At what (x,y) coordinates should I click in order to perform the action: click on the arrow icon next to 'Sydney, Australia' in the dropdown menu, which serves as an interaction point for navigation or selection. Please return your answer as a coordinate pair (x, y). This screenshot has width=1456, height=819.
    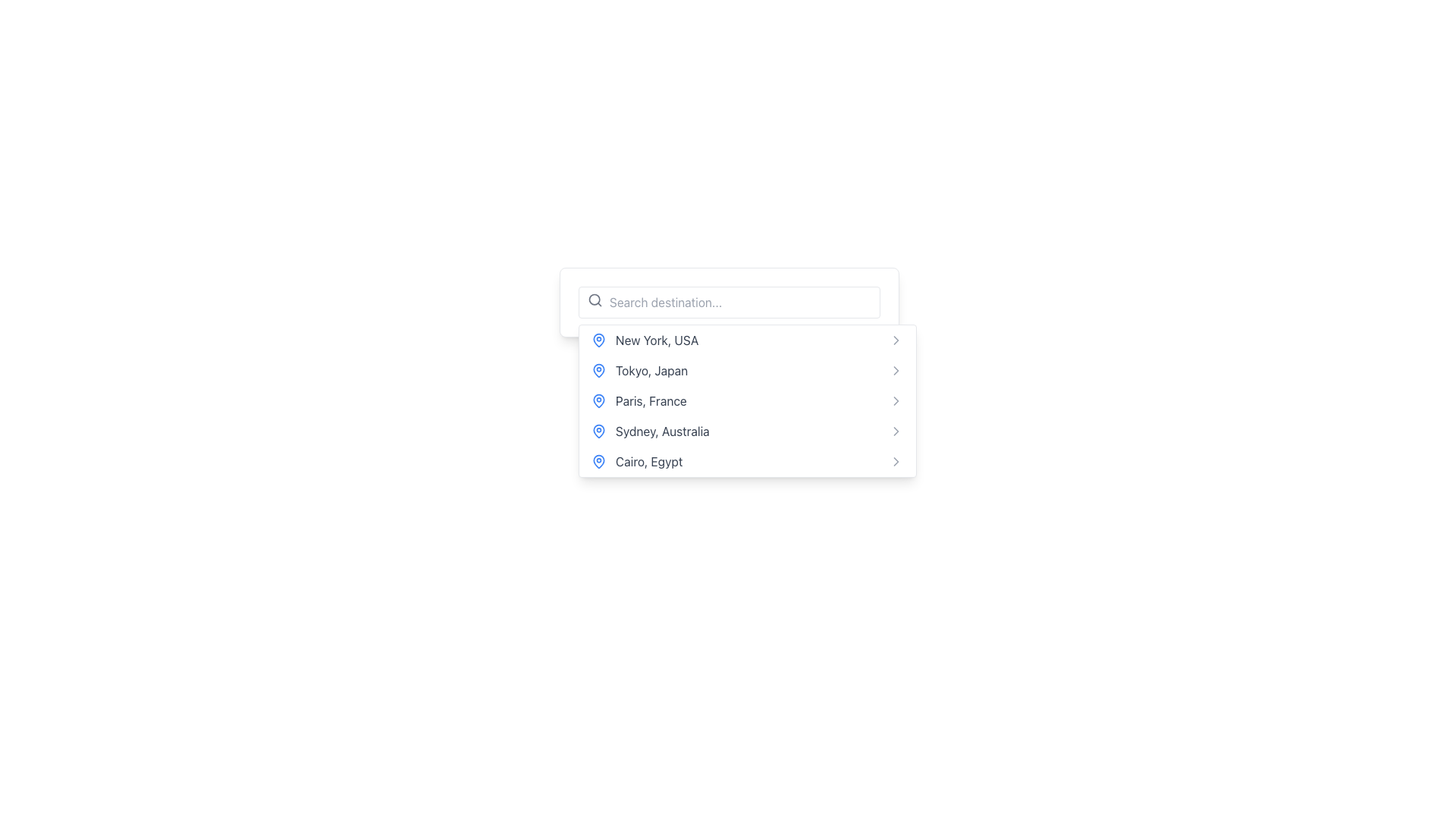
    Looking at the image, I should click on (896, 431).